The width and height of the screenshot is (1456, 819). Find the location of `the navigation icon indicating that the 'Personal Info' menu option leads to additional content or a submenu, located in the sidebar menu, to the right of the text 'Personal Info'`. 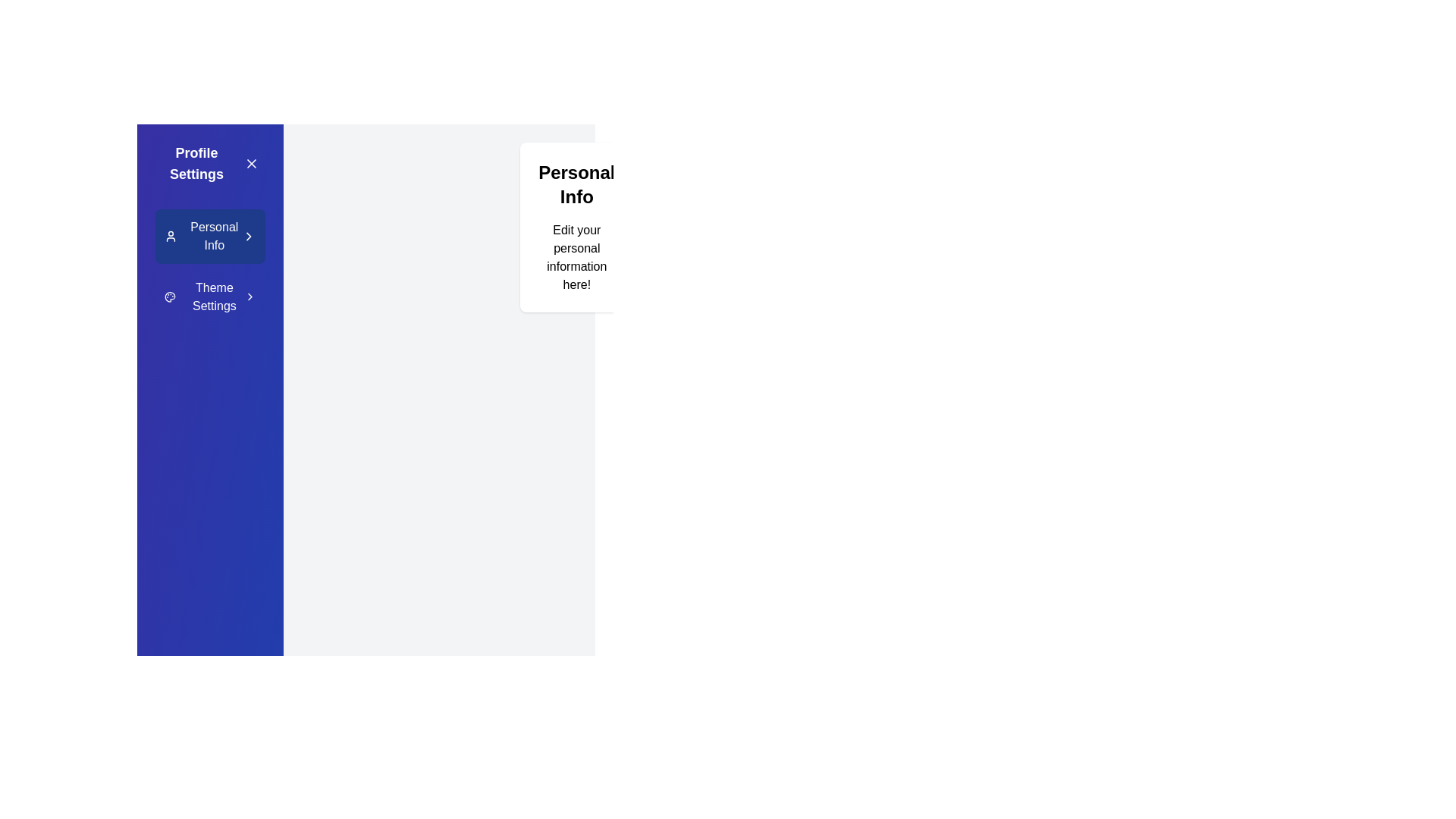

the navigation icon indicating that the 'Personal Info' menu option leads to additional content or a submenu, located in the sidebar menu, to the right of the text 'Personal Info' is located at coordinates (249, 237).